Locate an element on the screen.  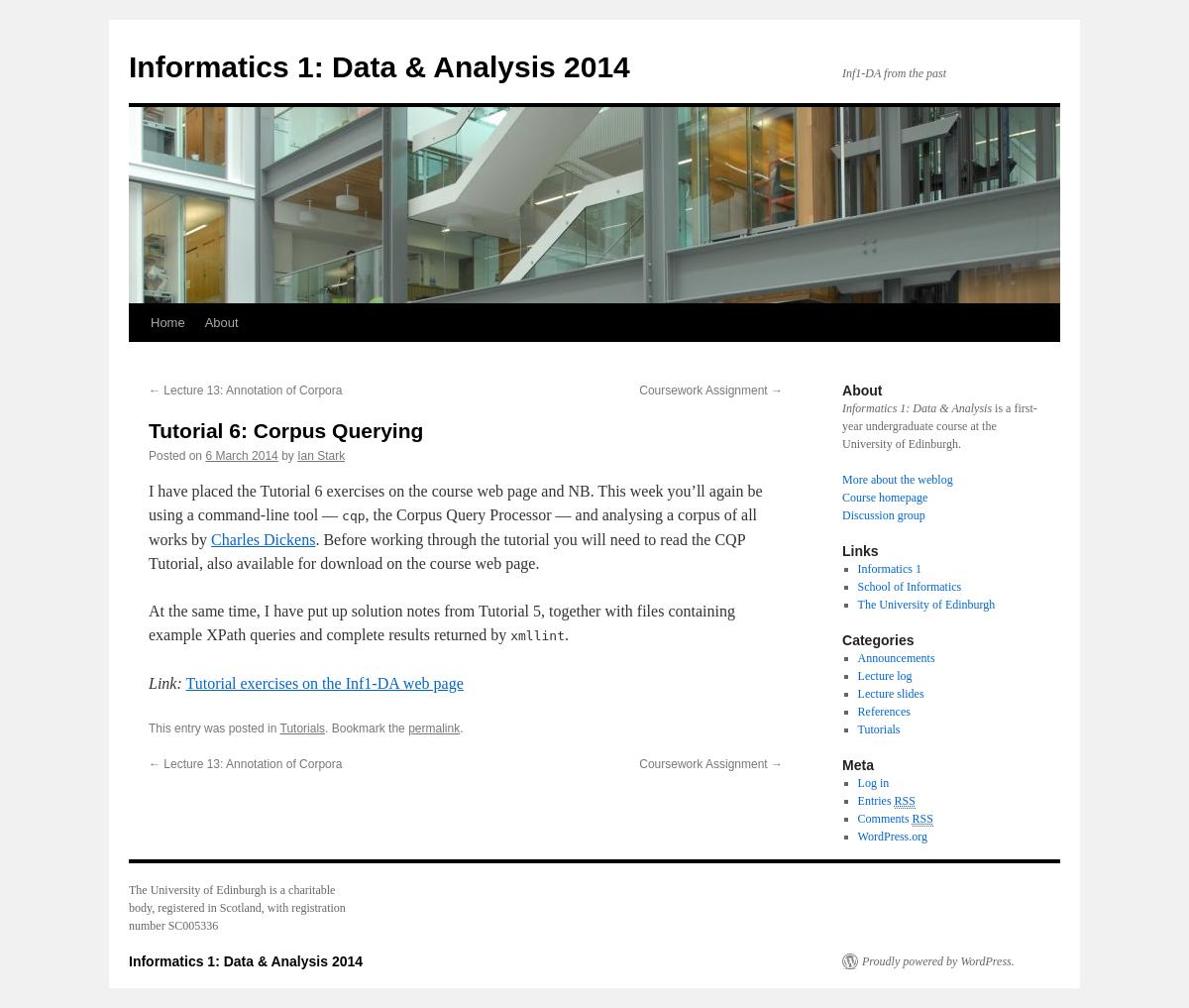
'Informatics 1' is located at coordinates (888, 567).